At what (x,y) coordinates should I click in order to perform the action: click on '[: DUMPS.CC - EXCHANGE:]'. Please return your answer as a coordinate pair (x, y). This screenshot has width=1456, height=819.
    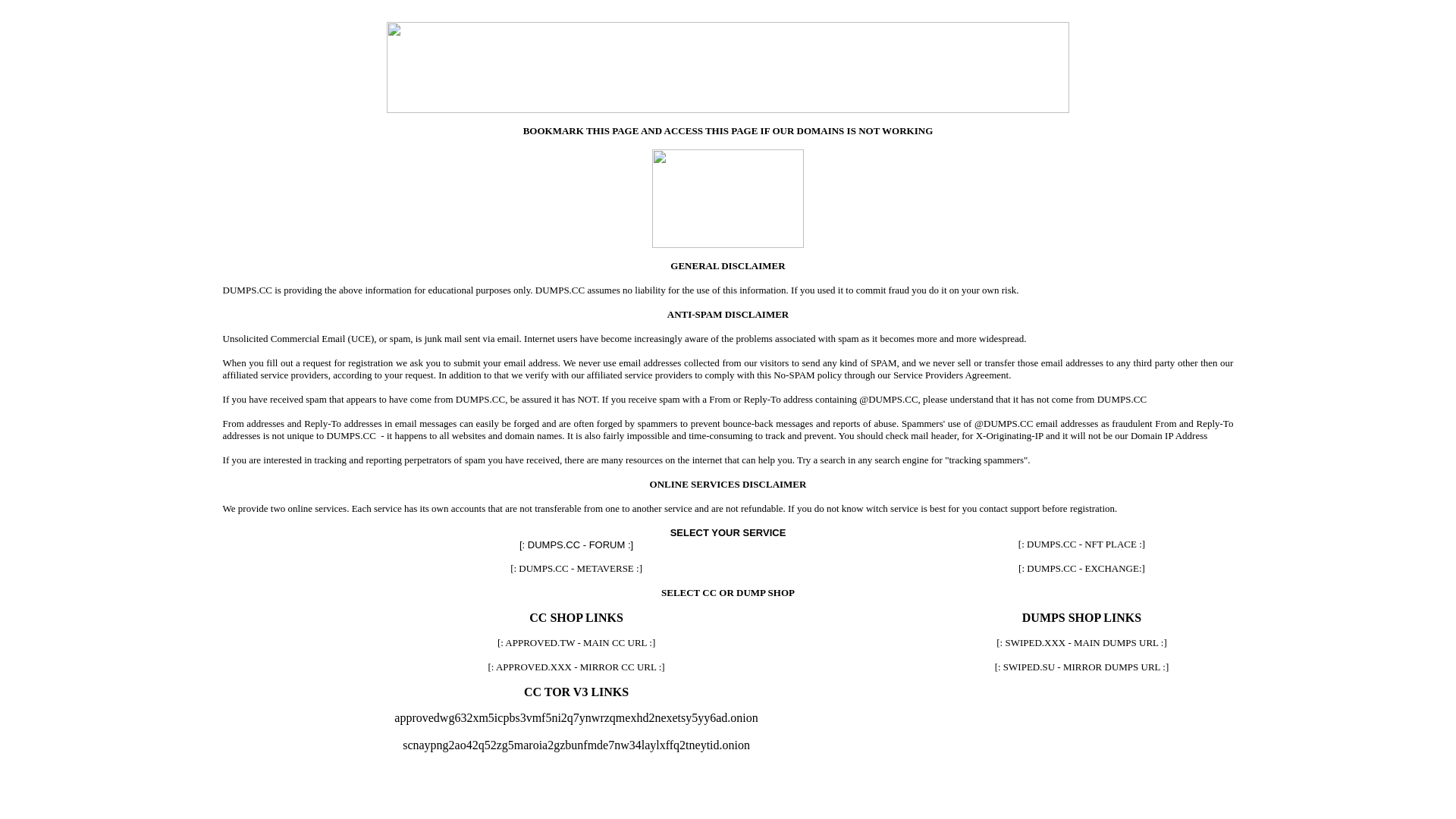
    Looking at the image, I should click on (1081, 568).